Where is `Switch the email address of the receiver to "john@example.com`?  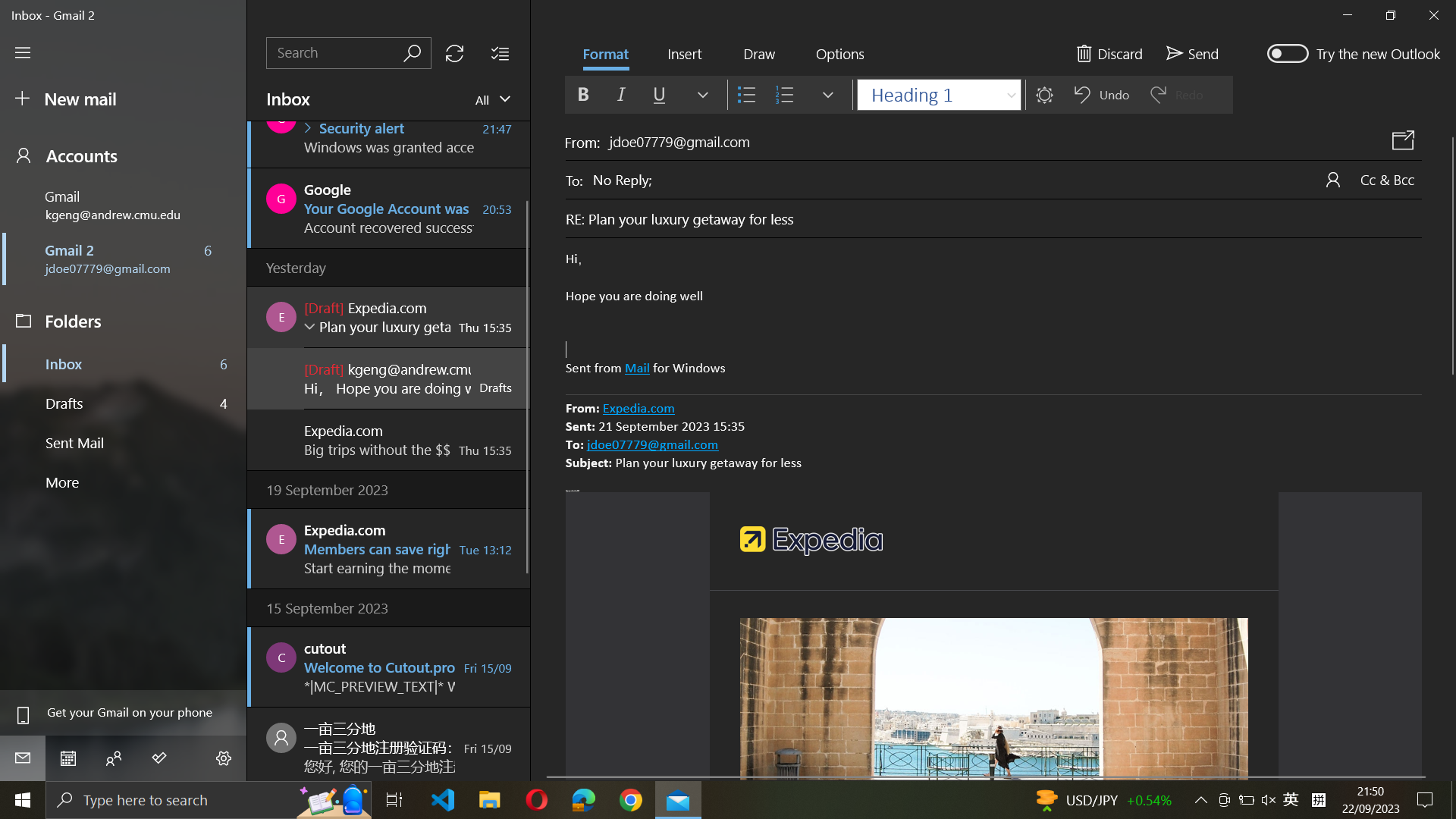
Switch the email address of the receiver to "john@example.com is located at coordinates (1007, 177).